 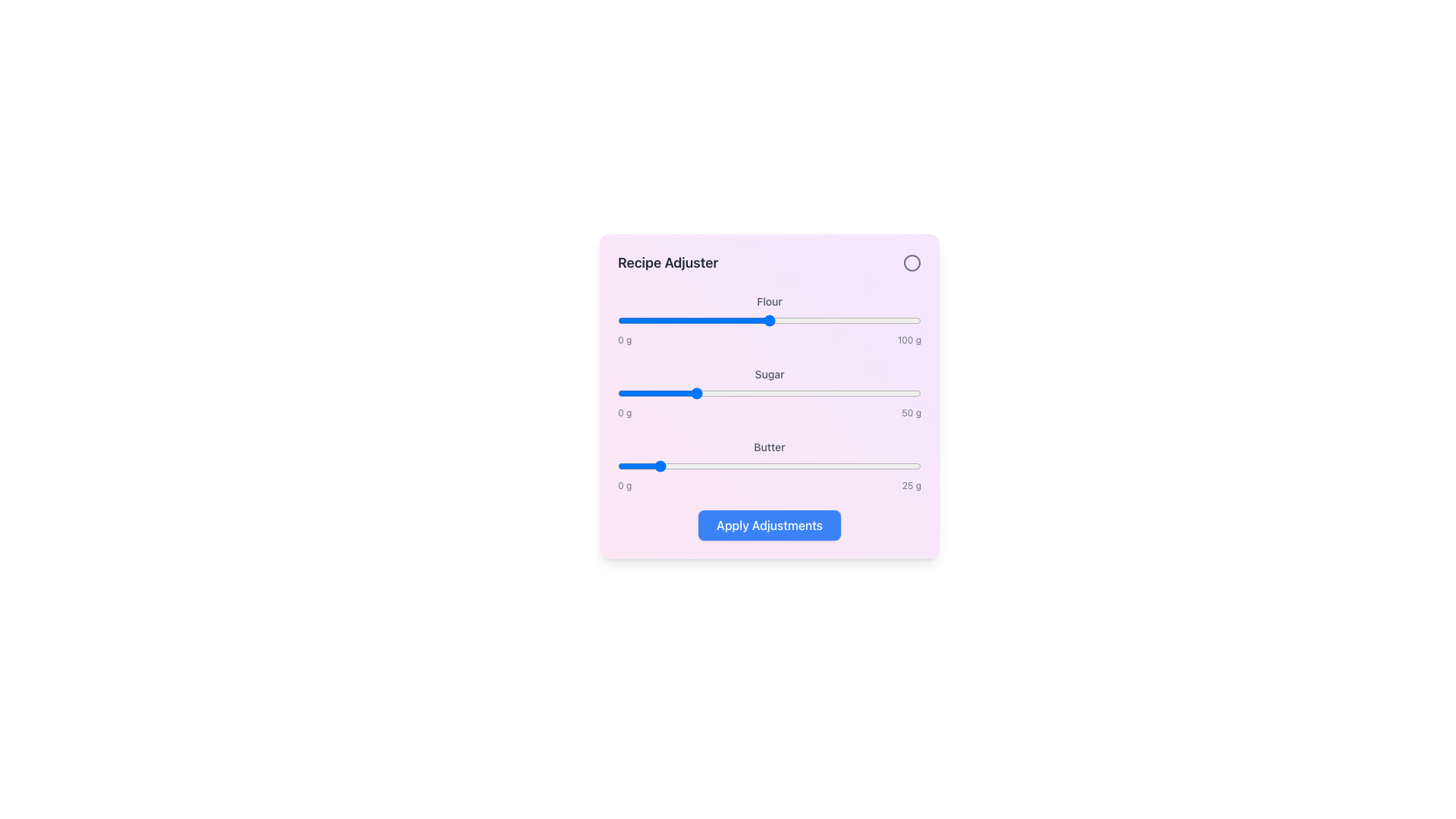 I want to click on the flour amount, so click(x=650, y=320).